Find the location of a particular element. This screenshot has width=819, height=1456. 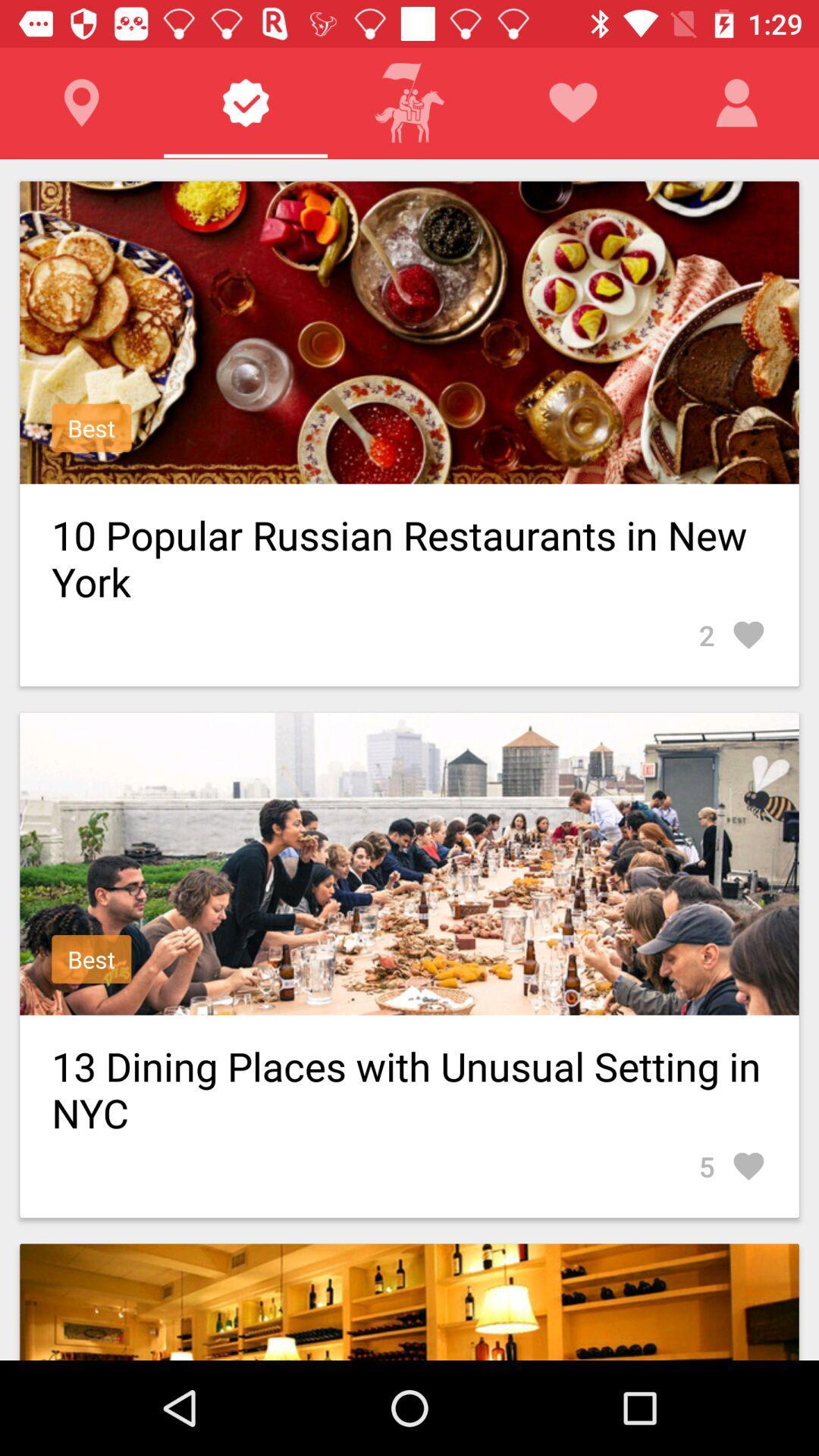

icon below 10 popular russian item is located at coordinates (732, 635).